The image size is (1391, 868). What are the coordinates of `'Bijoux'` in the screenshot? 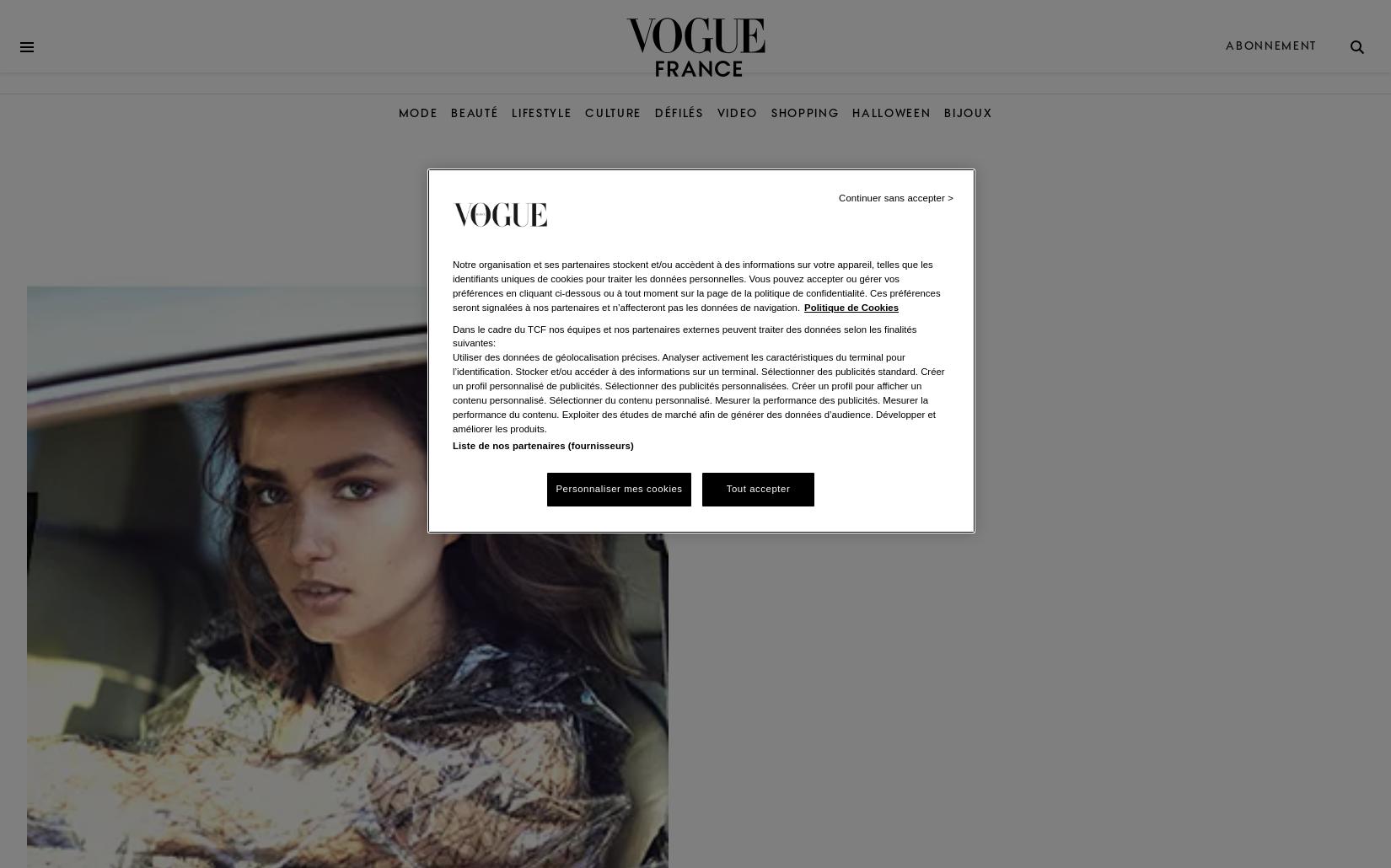 It's located at (968, 112).